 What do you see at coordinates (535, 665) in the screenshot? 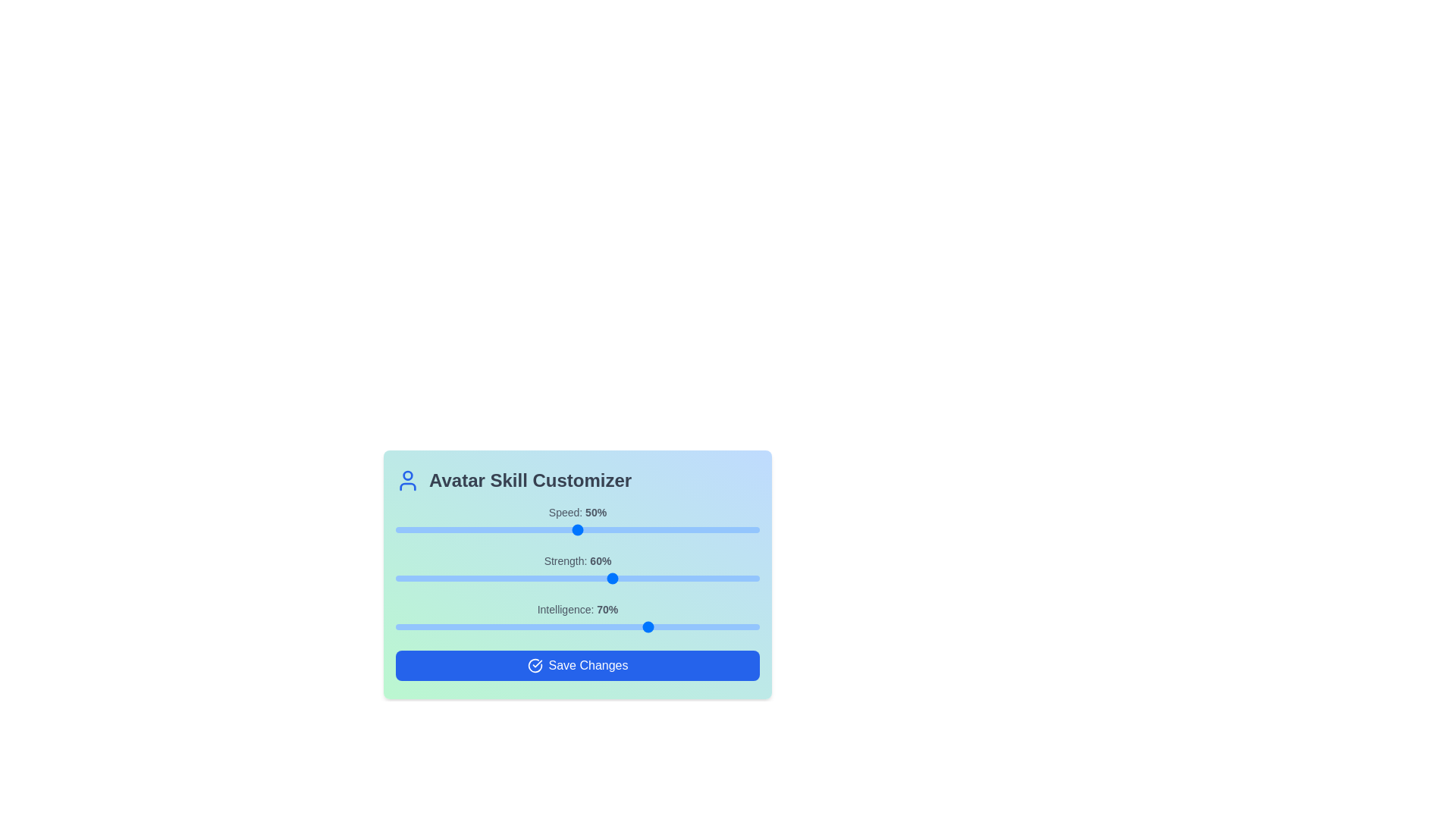
I see `the icon located to the left of the 'Save Changes' button in the avatar skills customization interface` at bounding box center [535, 665].